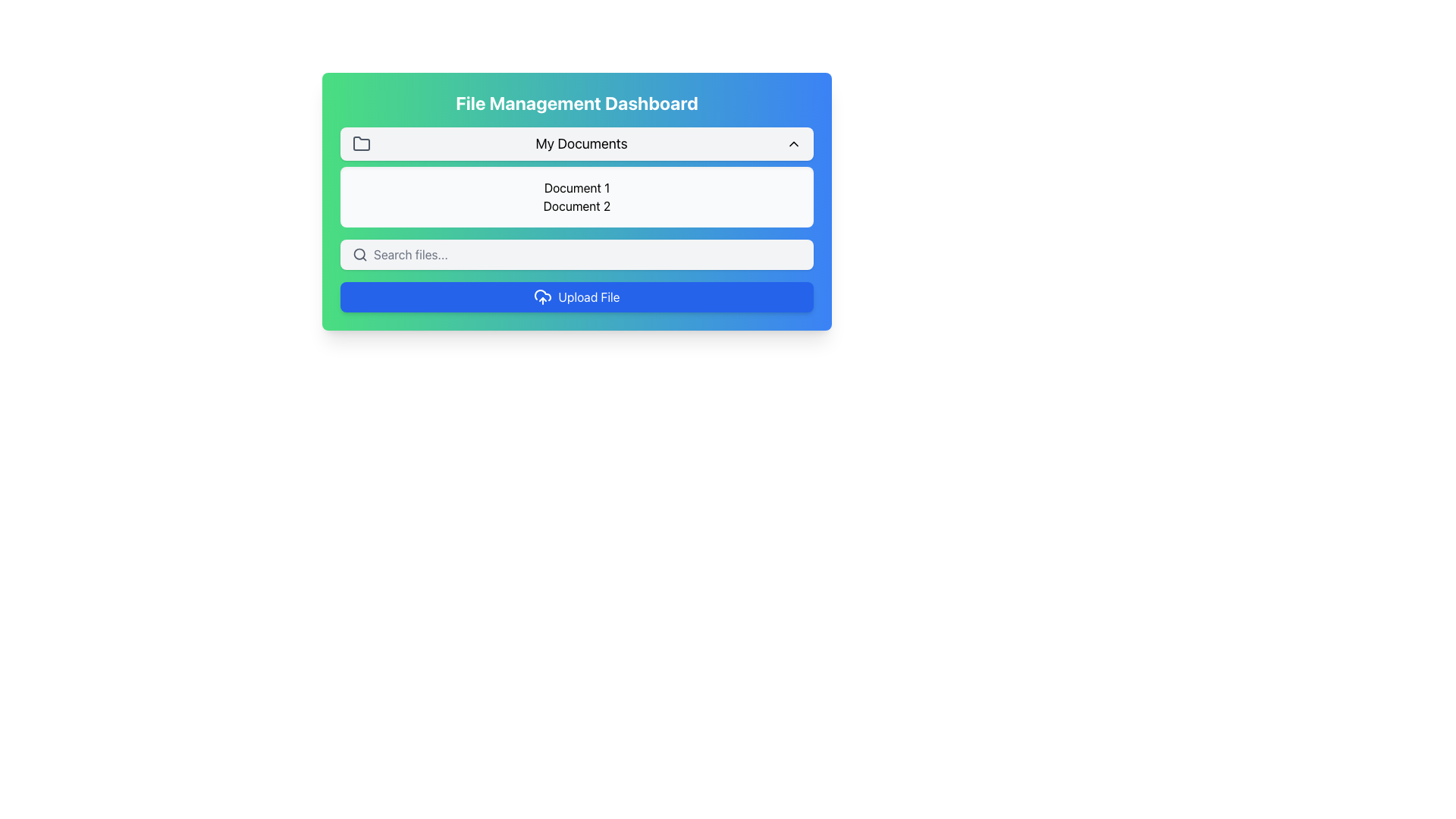 The width and height of the screenshot is (1456, 819). Describe the element at coordinates (543, 297) in the screenshot. I see `the SVG Icon that visually represents the upload functionality of the 'Upload File' button located at the lower section of the File Management Dashboard` at that location.